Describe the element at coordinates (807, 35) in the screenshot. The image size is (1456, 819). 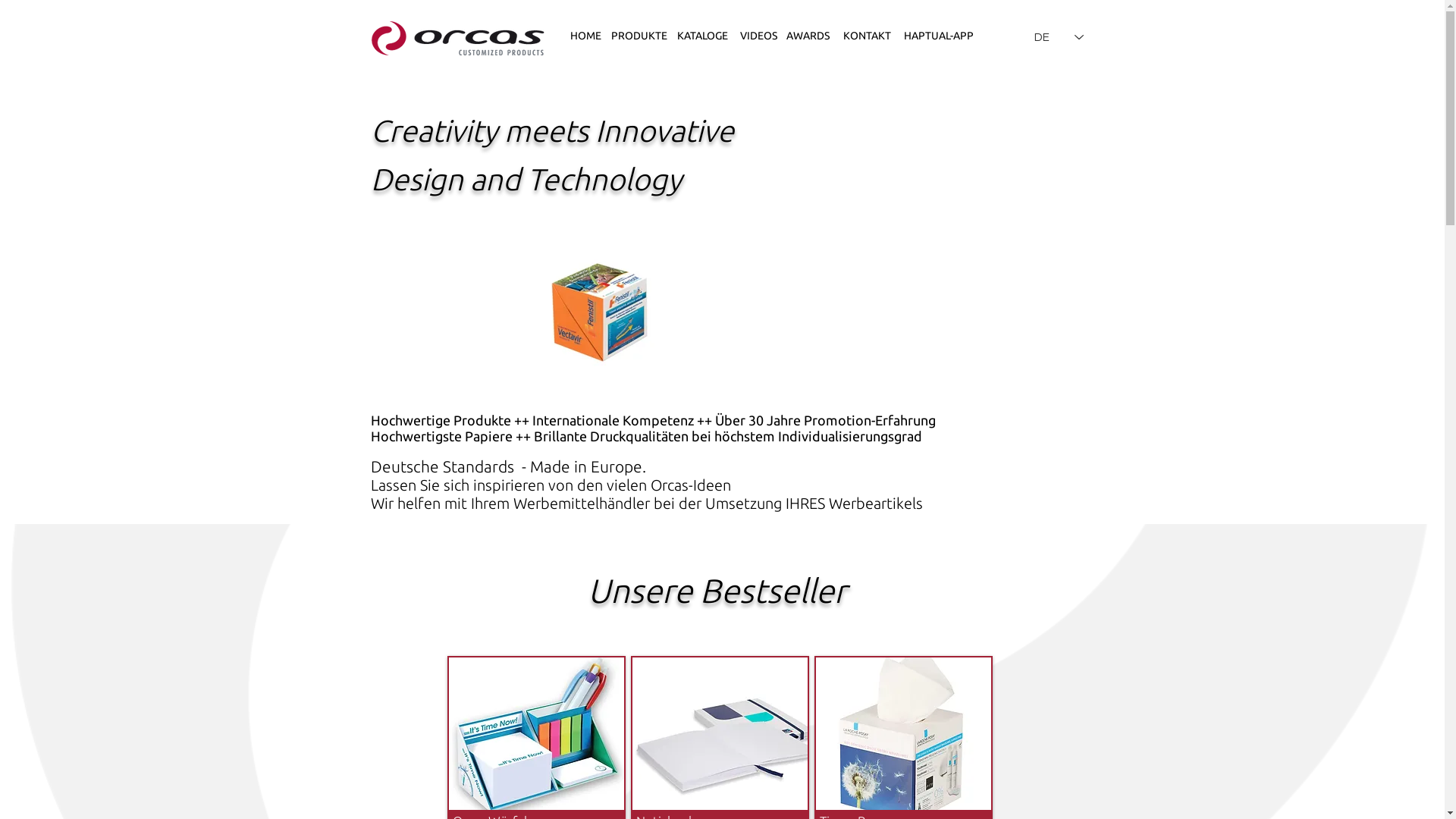
I see `'AWARDS'` at that location.